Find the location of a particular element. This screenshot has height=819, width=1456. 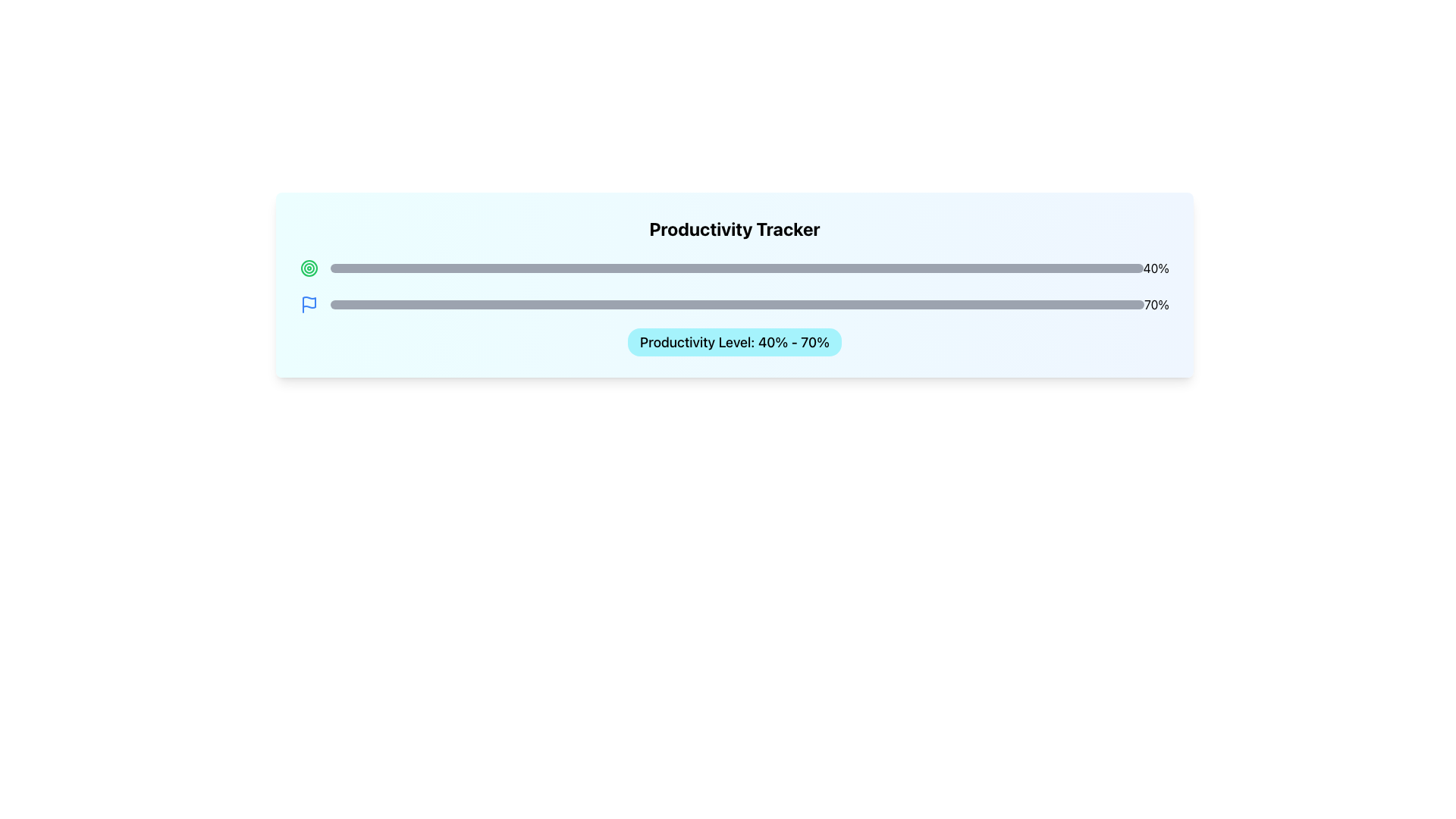

the centrally located Progress Bar that visually represents the current productivity percentage with a label indicating '40%' on its right side is located at coordinates (736, 268).